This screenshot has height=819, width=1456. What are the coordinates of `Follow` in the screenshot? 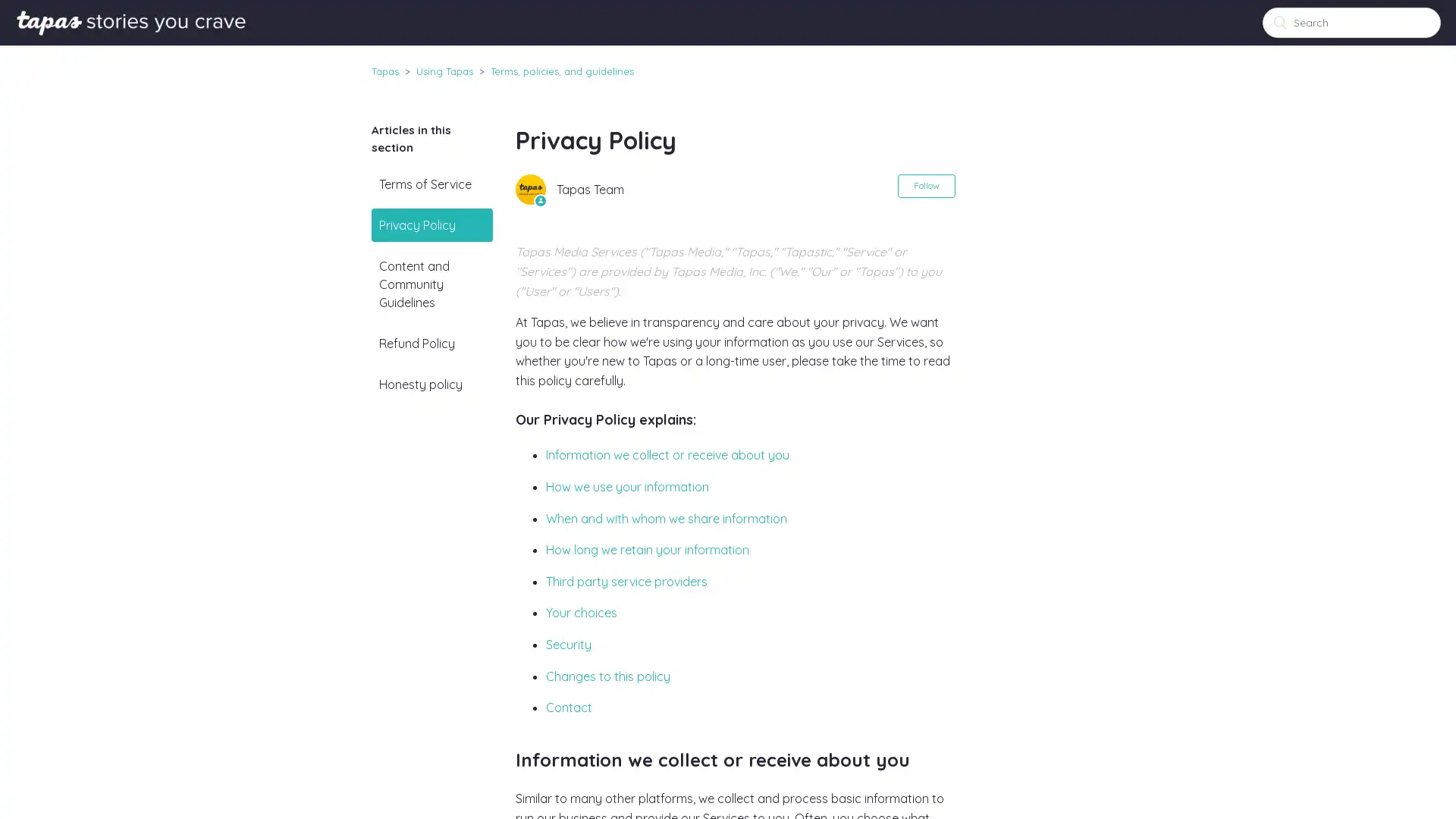 It's located at (924, 185).